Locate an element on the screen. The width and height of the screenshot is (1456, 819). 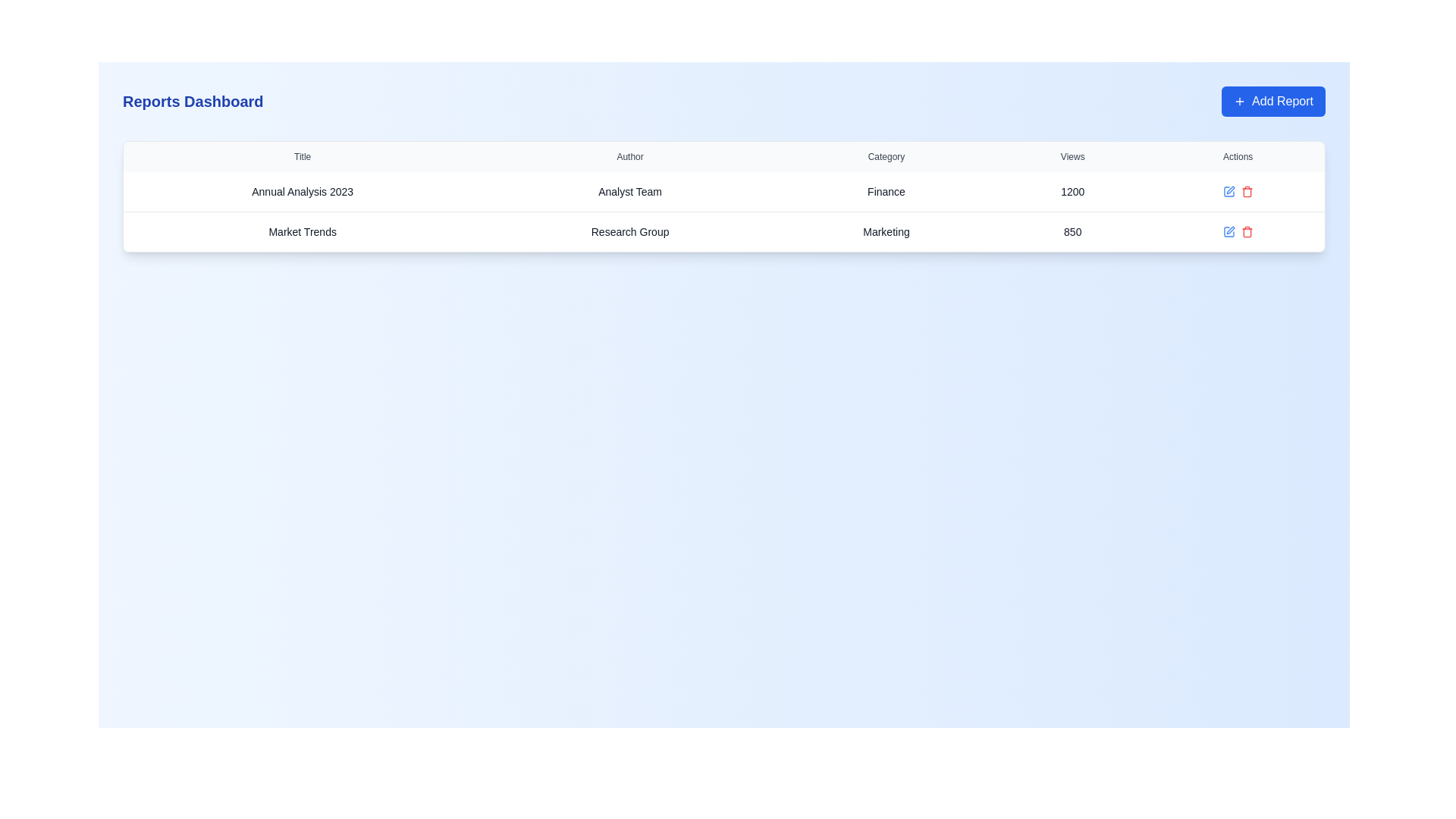
the second row of the table that displays the report's attributes, which includes 'Market Trends', 'Research Group', 'Marketing', and '850' is located at coordinates (723, 231).